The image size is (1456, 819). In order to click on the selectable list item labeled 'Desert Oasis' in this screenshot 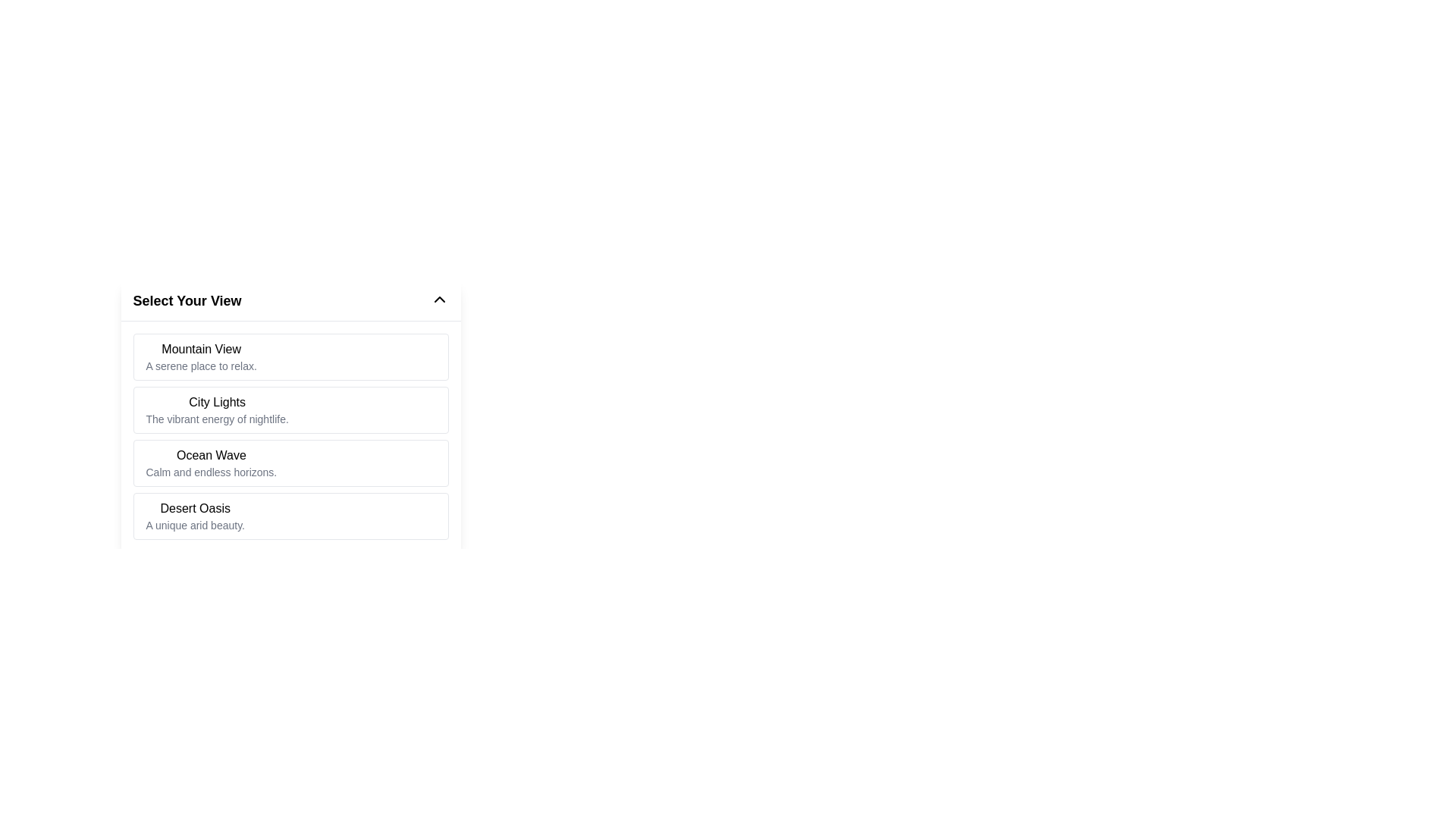, I will do `click(290, 516)`.